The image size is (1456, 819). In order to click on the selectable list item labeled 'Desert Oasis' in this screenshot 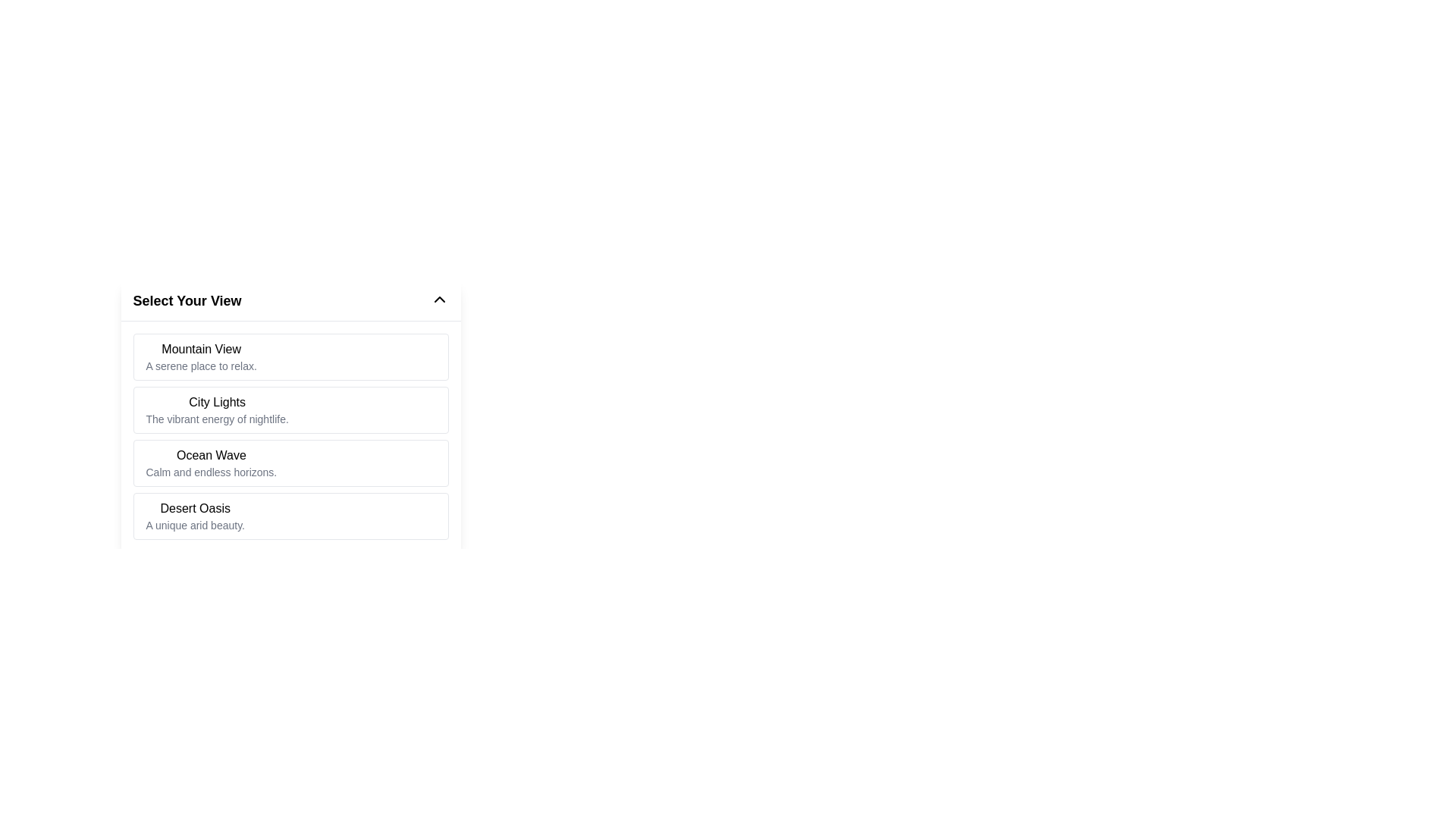, I will do `click(290, 516)`.